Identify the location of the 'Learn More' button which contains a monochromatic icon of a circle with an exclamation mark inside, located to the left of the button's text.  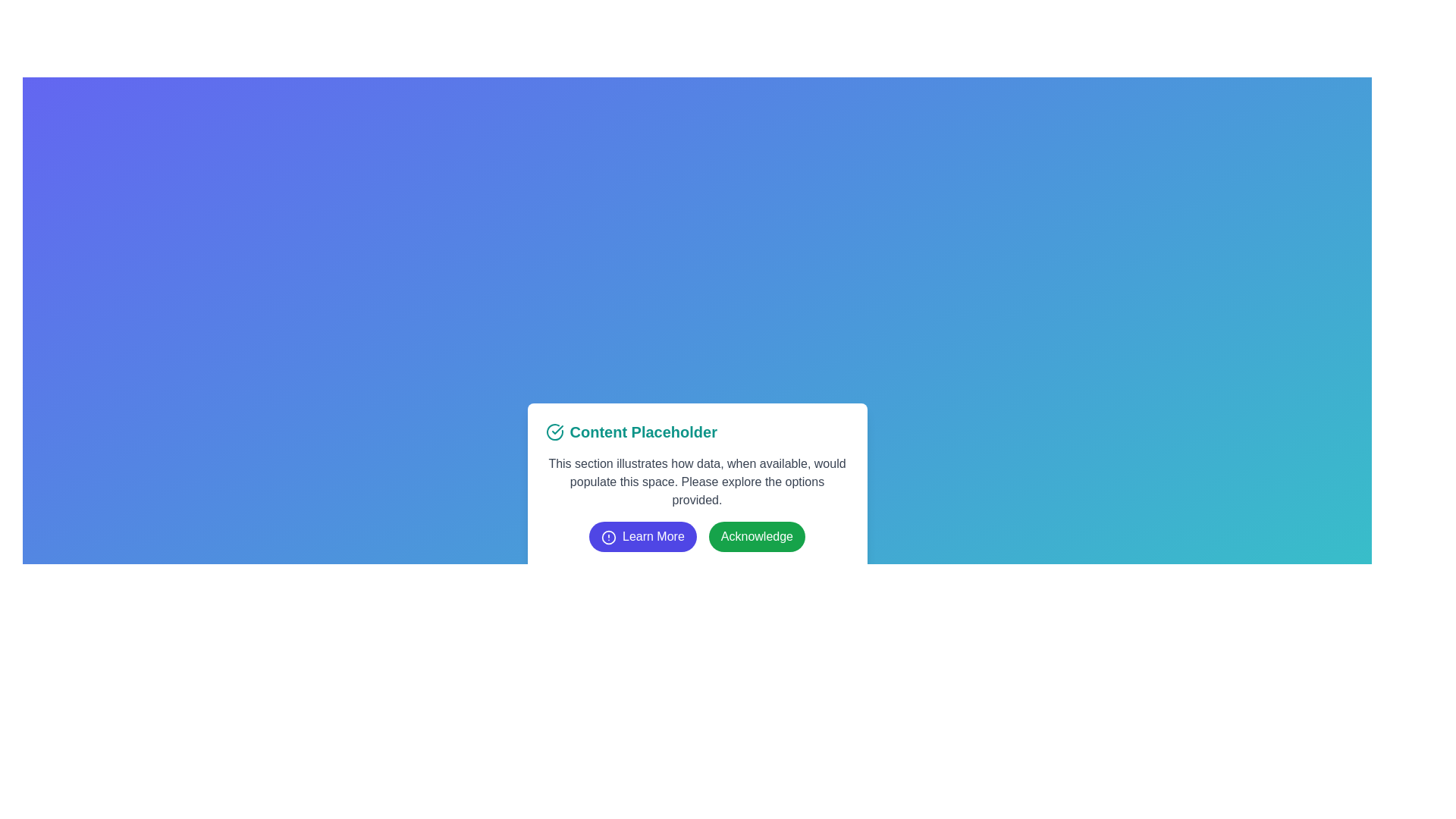
(608, 536).